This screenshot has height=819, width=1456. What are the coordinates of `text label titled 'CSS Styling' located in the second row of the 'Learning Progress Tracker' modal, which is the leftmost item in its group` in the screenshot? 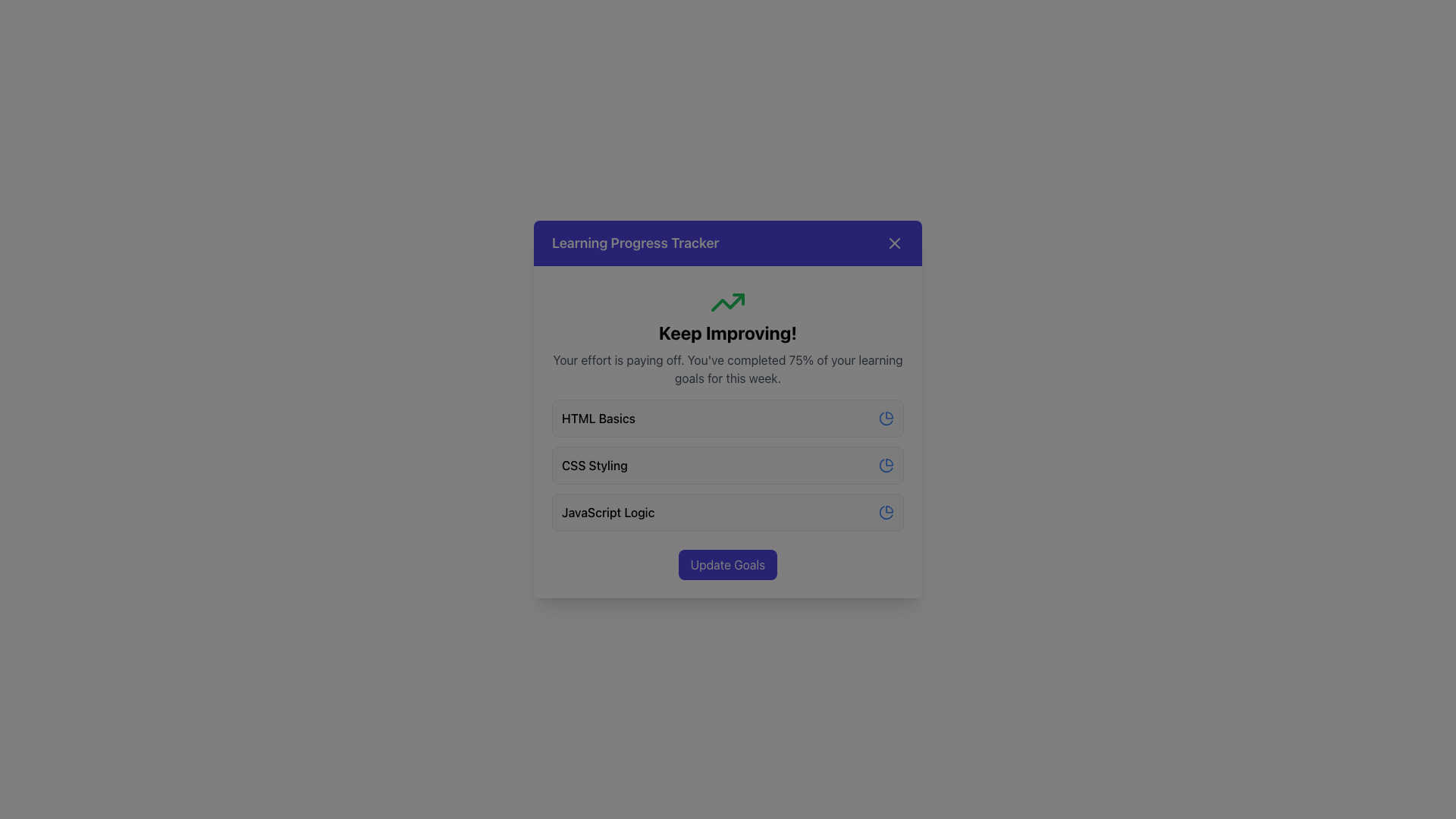 It's located at (594, 464).